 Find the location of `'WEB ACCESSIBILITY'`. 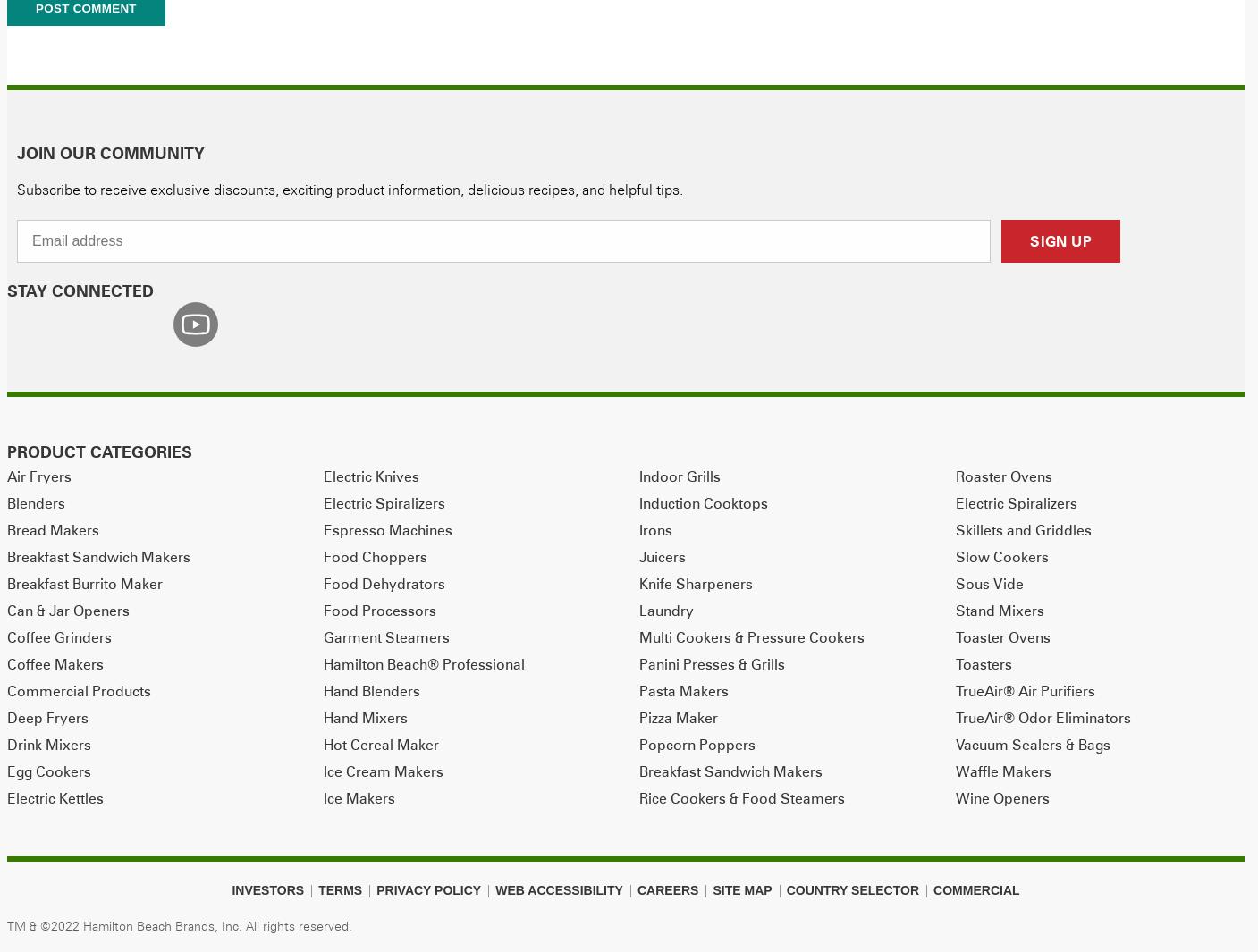

'WEB ACCESSIBILITY' is located at coordinates (557, 889).